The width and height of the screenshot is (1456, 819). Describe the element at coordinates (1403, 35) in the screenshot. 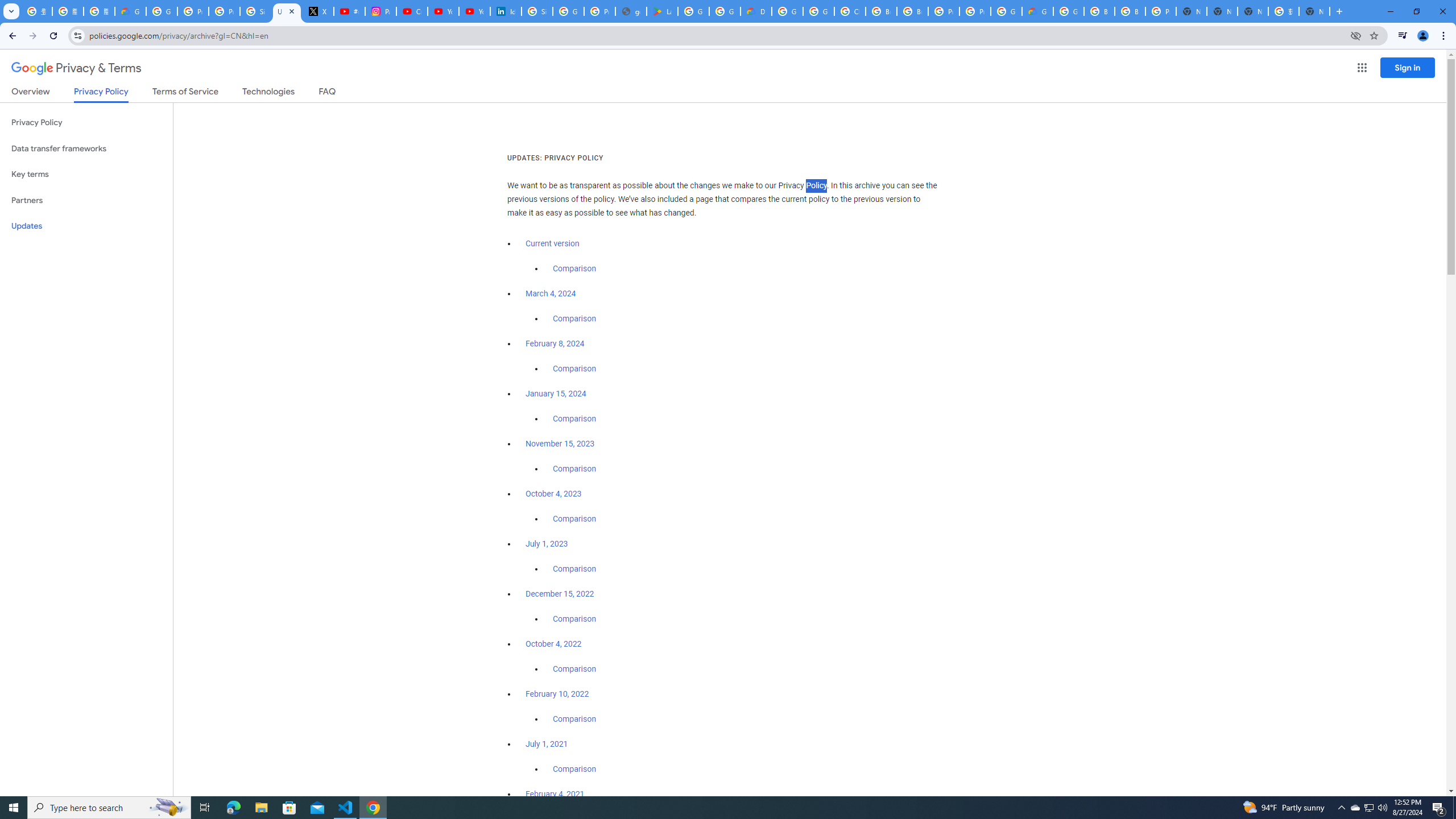

I see `'Control your music, videos, and more'` at that location.